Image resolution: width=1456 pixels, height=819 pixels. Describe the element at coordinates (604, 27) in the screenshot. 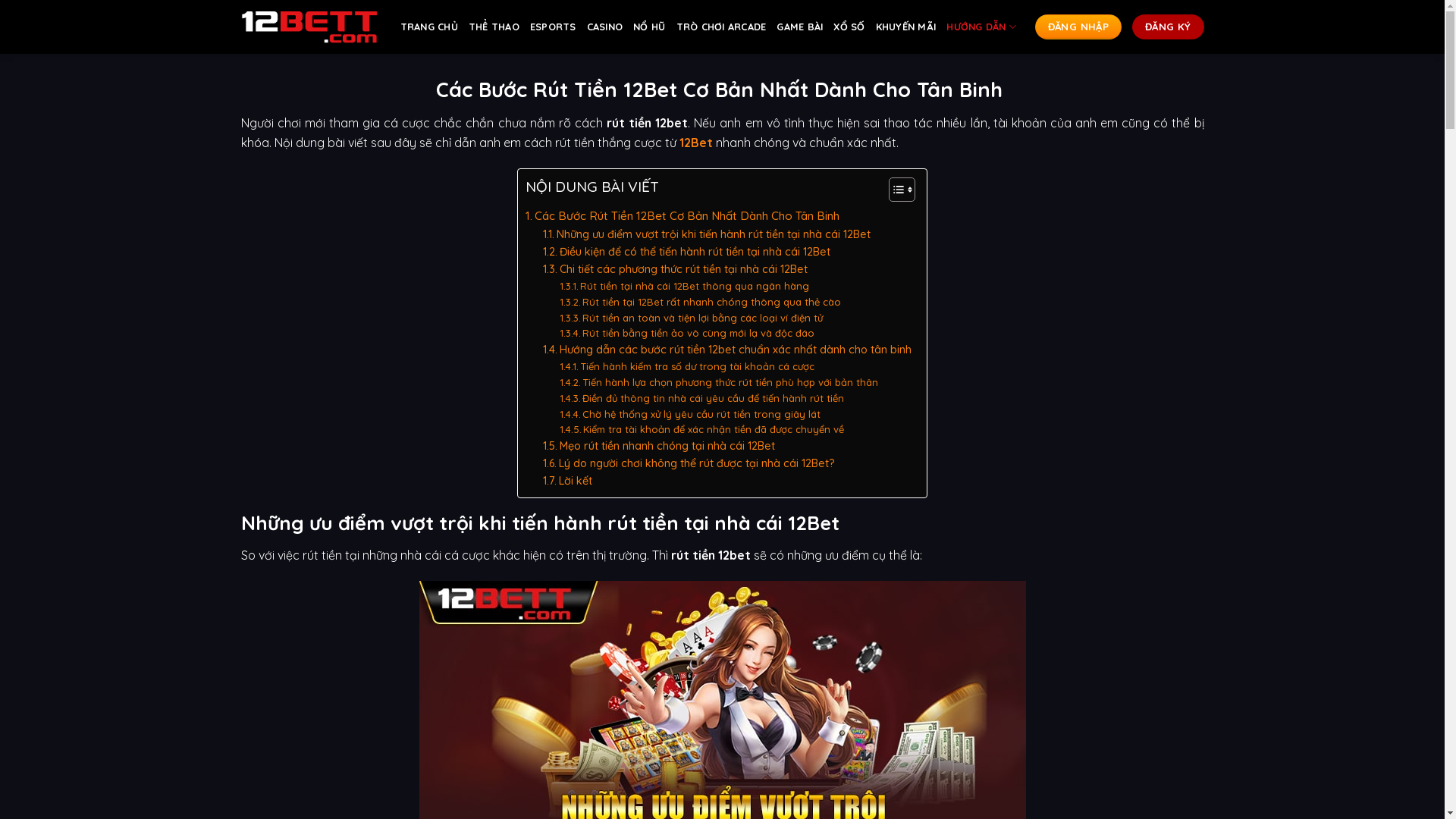

I see `'CASINO'` at that location.